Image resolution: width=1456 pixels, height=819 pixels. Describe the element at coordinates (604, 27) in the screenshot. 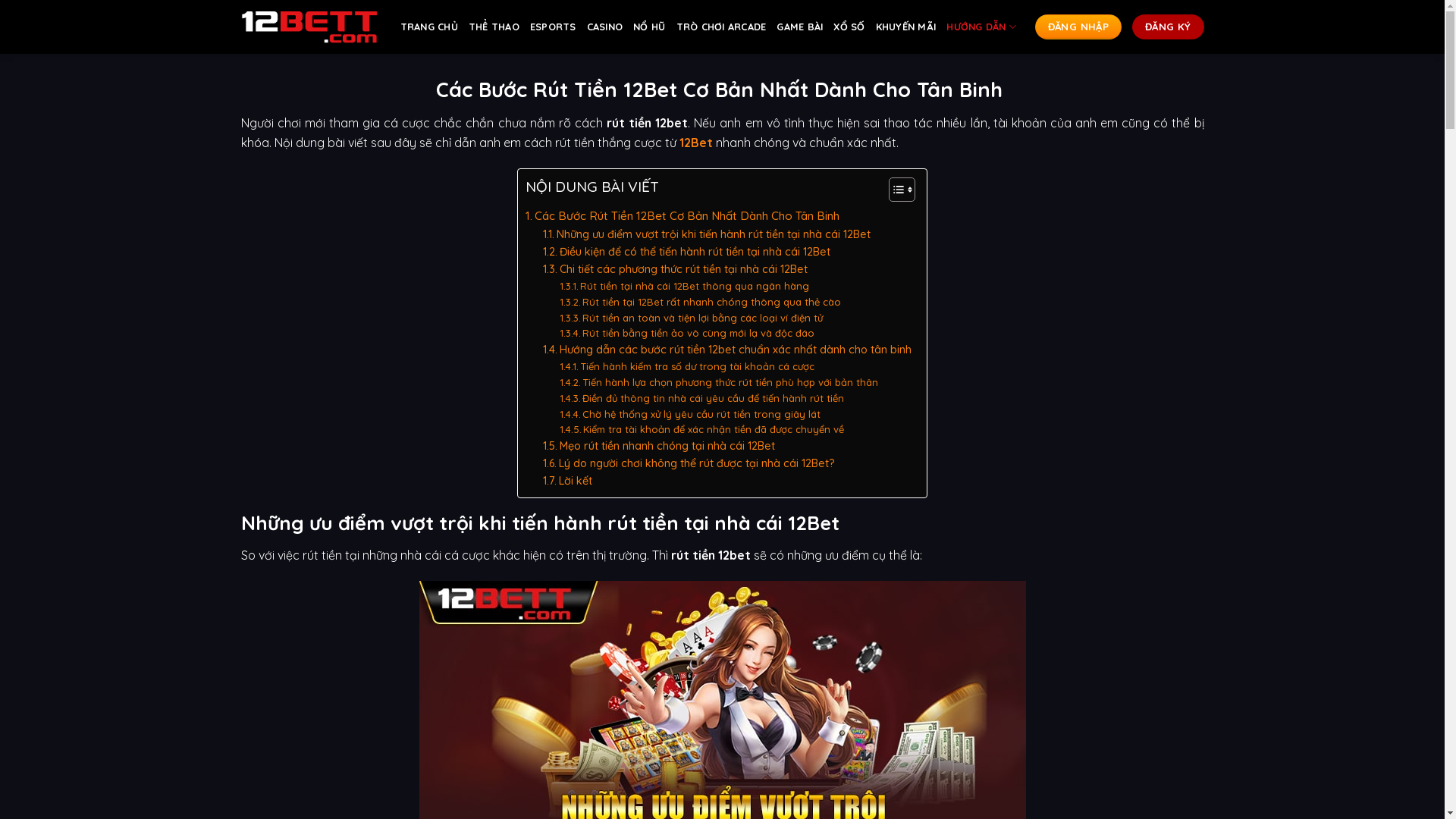

I see `'CASINO'` at that location.